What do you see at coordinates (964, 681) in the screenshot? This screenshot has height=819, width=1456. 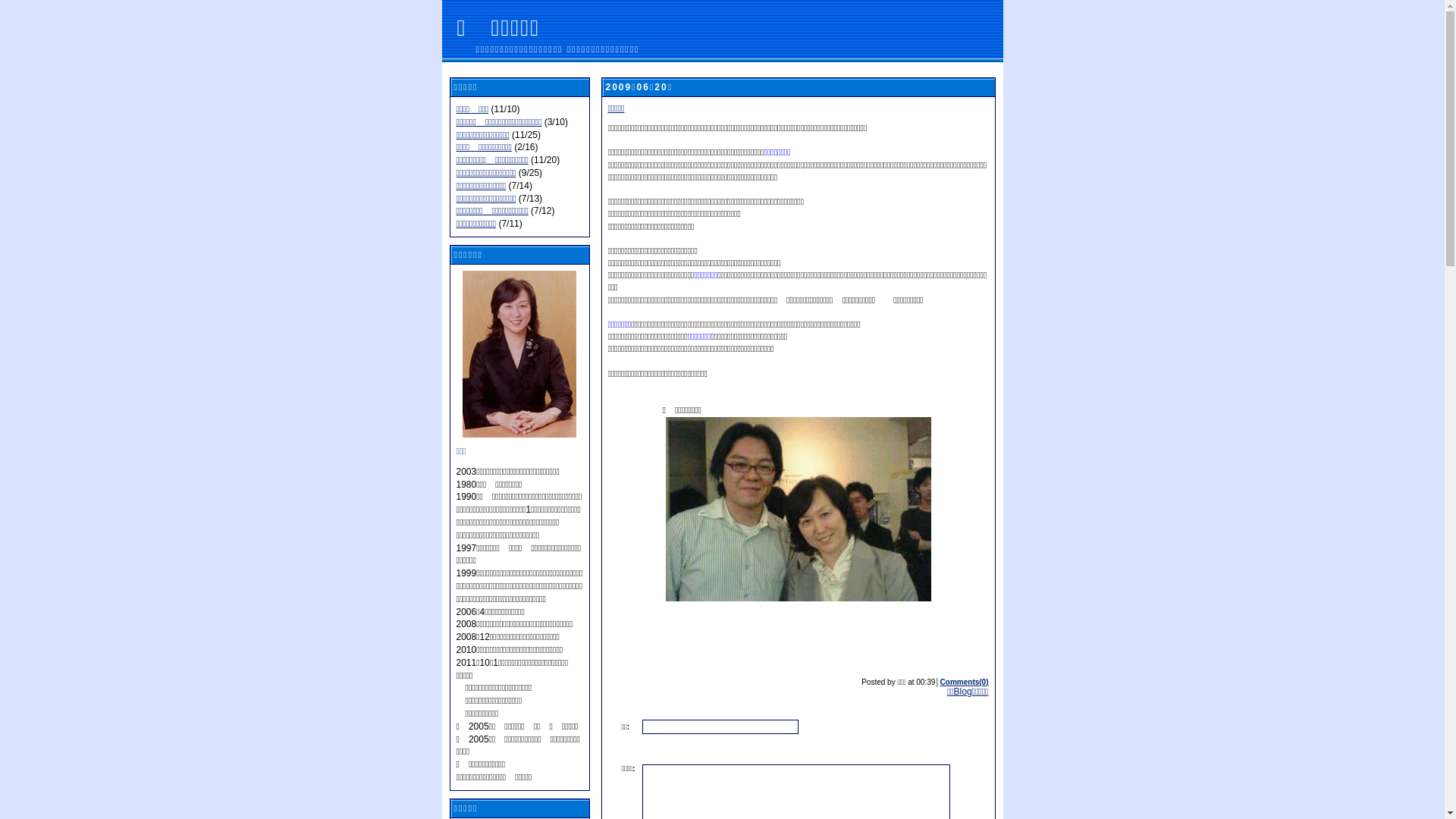 I see `'Comments(0)'` at bounding box center [964, 681].